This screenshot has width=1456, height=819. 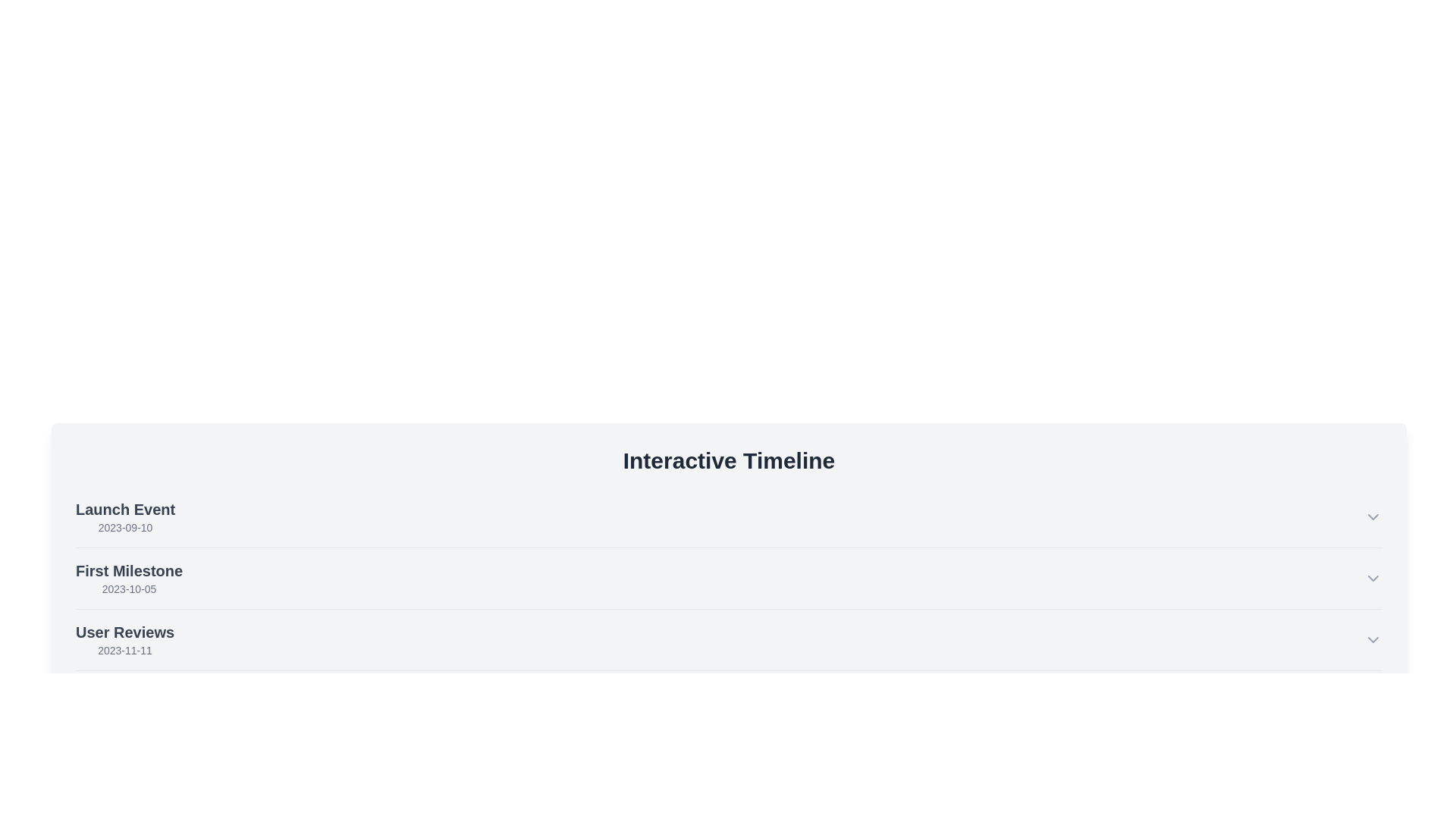 What do you see at coordinates (125, 640) in the screenshot?
I see `the 'User Reviews' text label, which displays the date '2023-11-11', positioned below 'First Milestone' and above an empty space, aligned to the left side of the layout` at bounding box center [125, 640].